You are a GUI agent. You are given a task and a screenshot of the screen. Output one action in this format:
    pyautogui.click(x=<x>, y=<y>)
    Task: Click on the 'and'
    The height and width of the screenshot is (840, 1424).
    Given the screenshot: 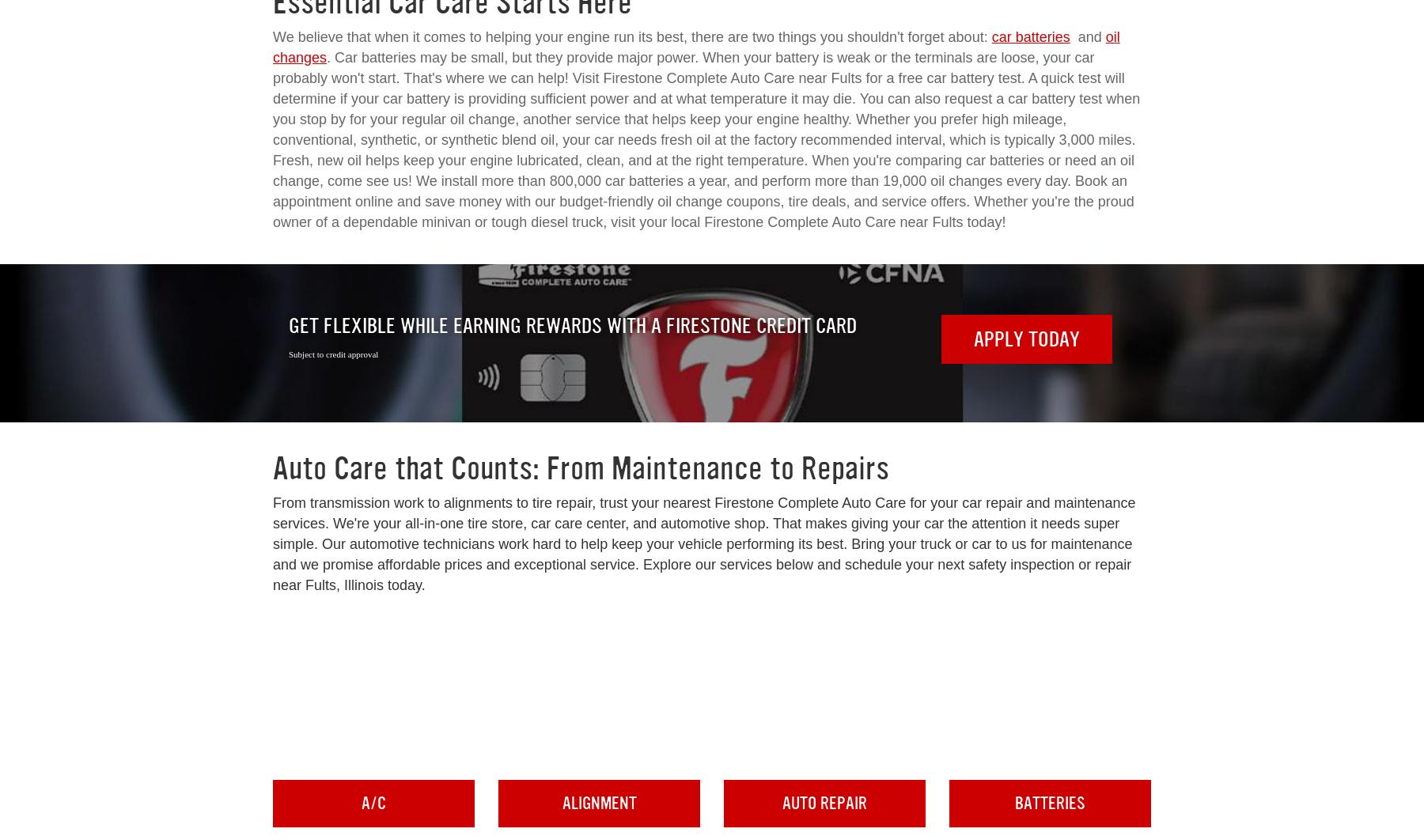 What is the action you would take?
    pyautogui.click(x=1086, y=37)
    